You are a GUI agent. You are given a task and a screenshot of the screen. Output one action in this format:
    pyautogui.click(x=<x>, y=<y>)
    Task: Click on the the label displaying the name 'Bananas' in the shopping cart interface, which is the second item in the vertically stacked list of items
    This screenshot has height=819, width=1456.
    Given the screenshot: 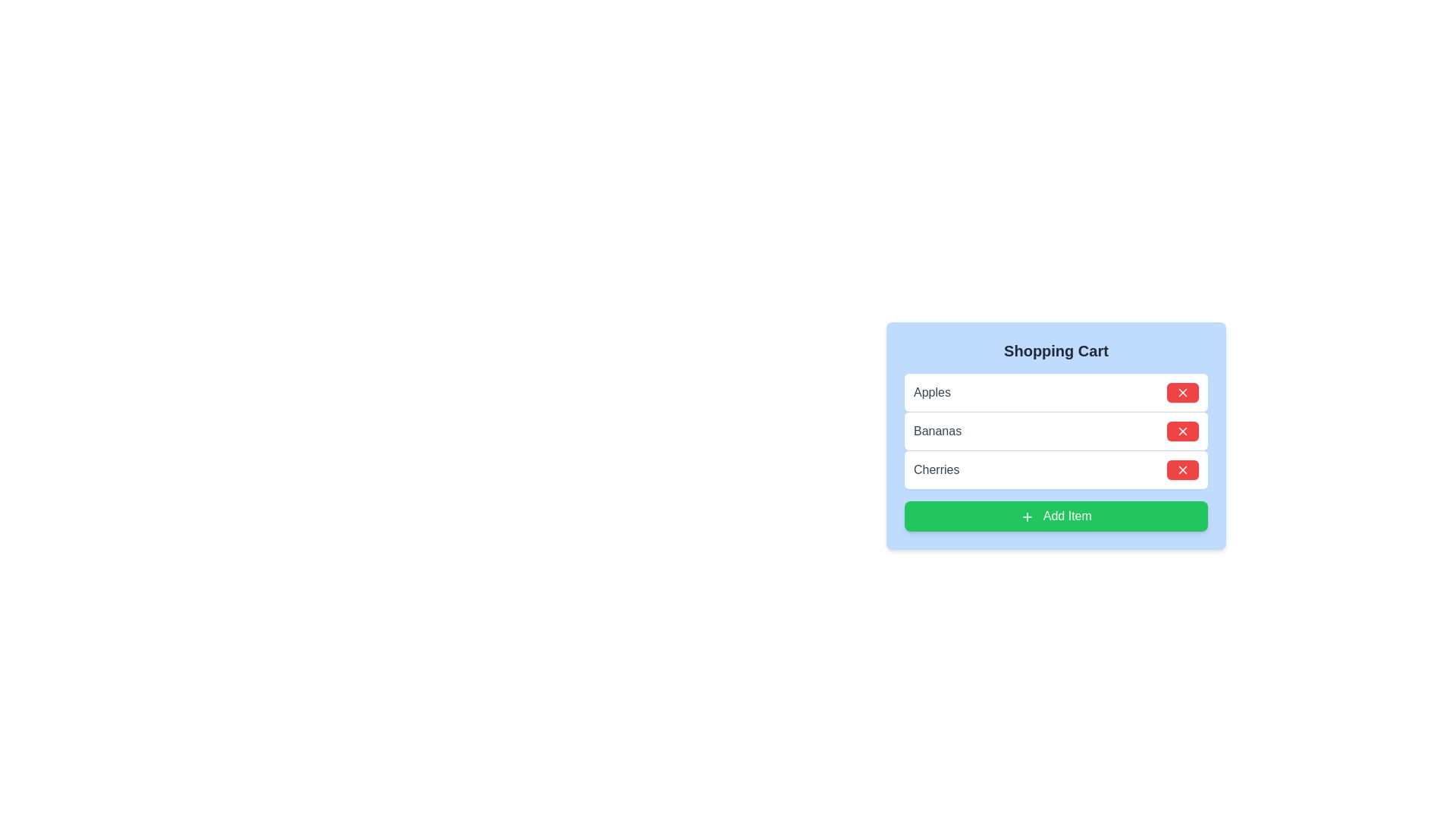 What is the action you would take?
    pyautogui.click(x=937, y=431)
    